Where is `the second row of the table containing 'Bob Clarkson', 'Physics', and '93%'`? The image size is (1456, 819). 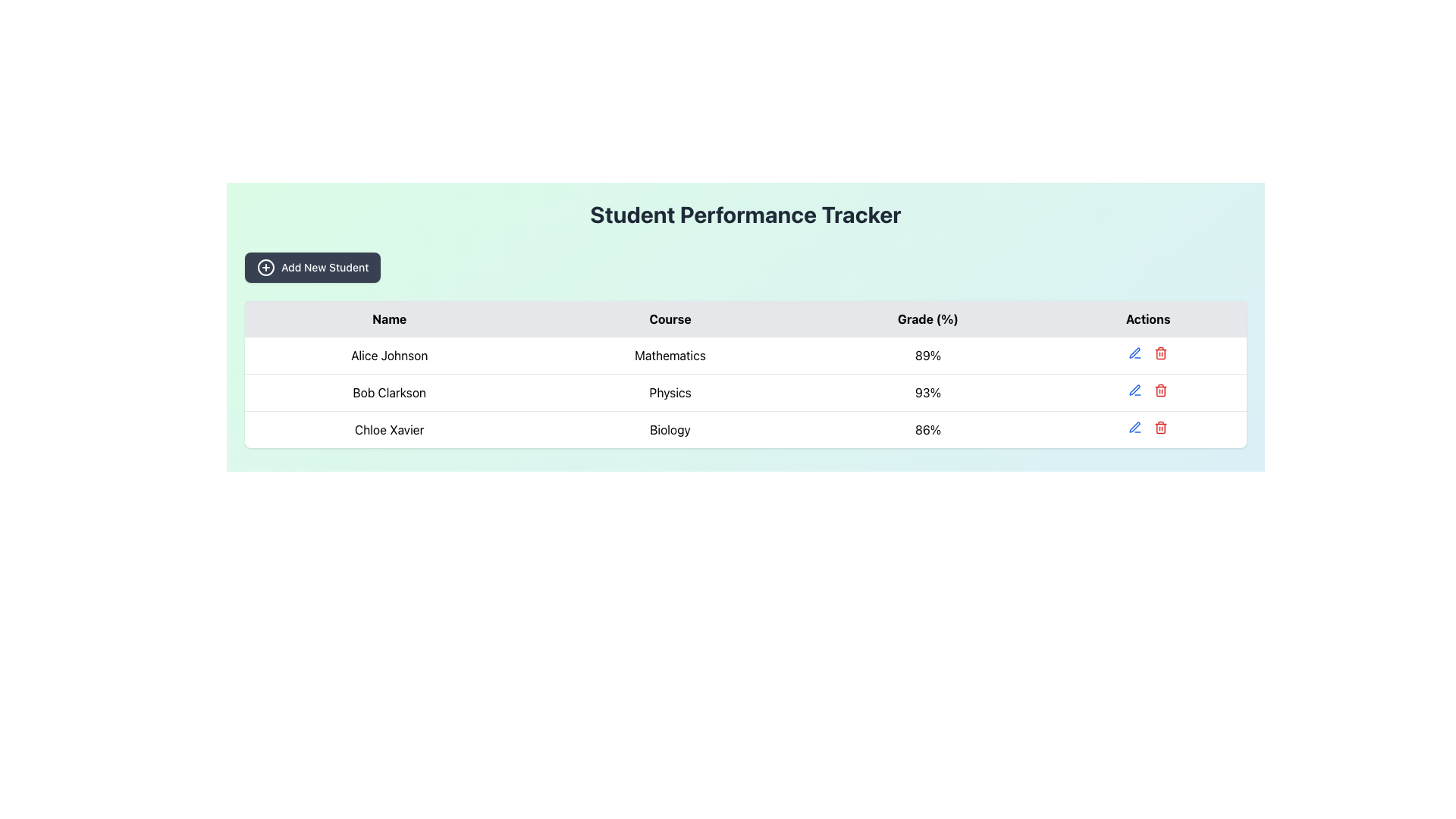
the second row of the table containing 'Bob Clarkson', 'Physics', and '93%' is located at coordinates (745, 391).